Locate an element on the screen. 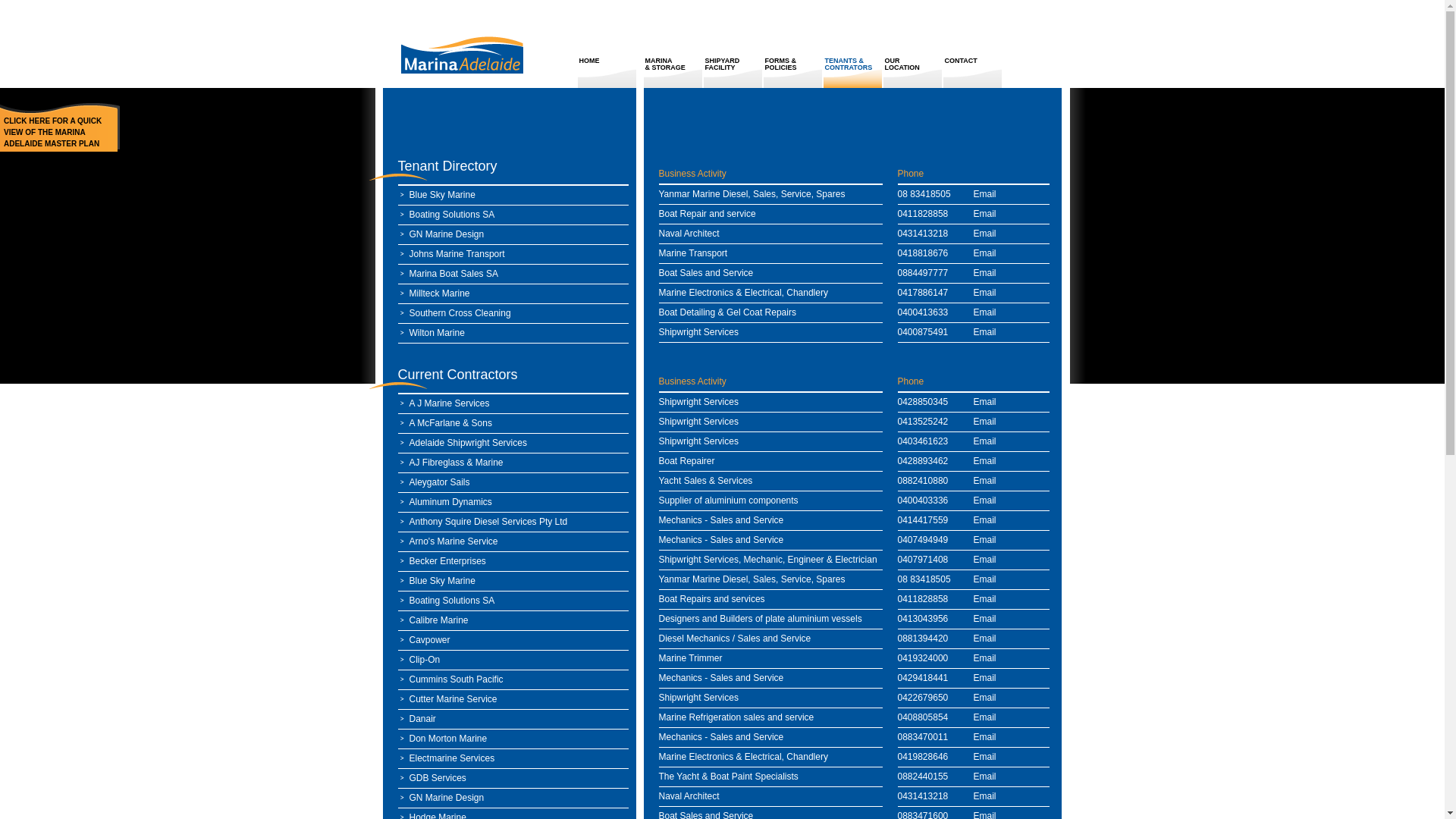 The width and height of the screenshot is (1456, 819). 'MARINA is located at coordinates (672, 73).